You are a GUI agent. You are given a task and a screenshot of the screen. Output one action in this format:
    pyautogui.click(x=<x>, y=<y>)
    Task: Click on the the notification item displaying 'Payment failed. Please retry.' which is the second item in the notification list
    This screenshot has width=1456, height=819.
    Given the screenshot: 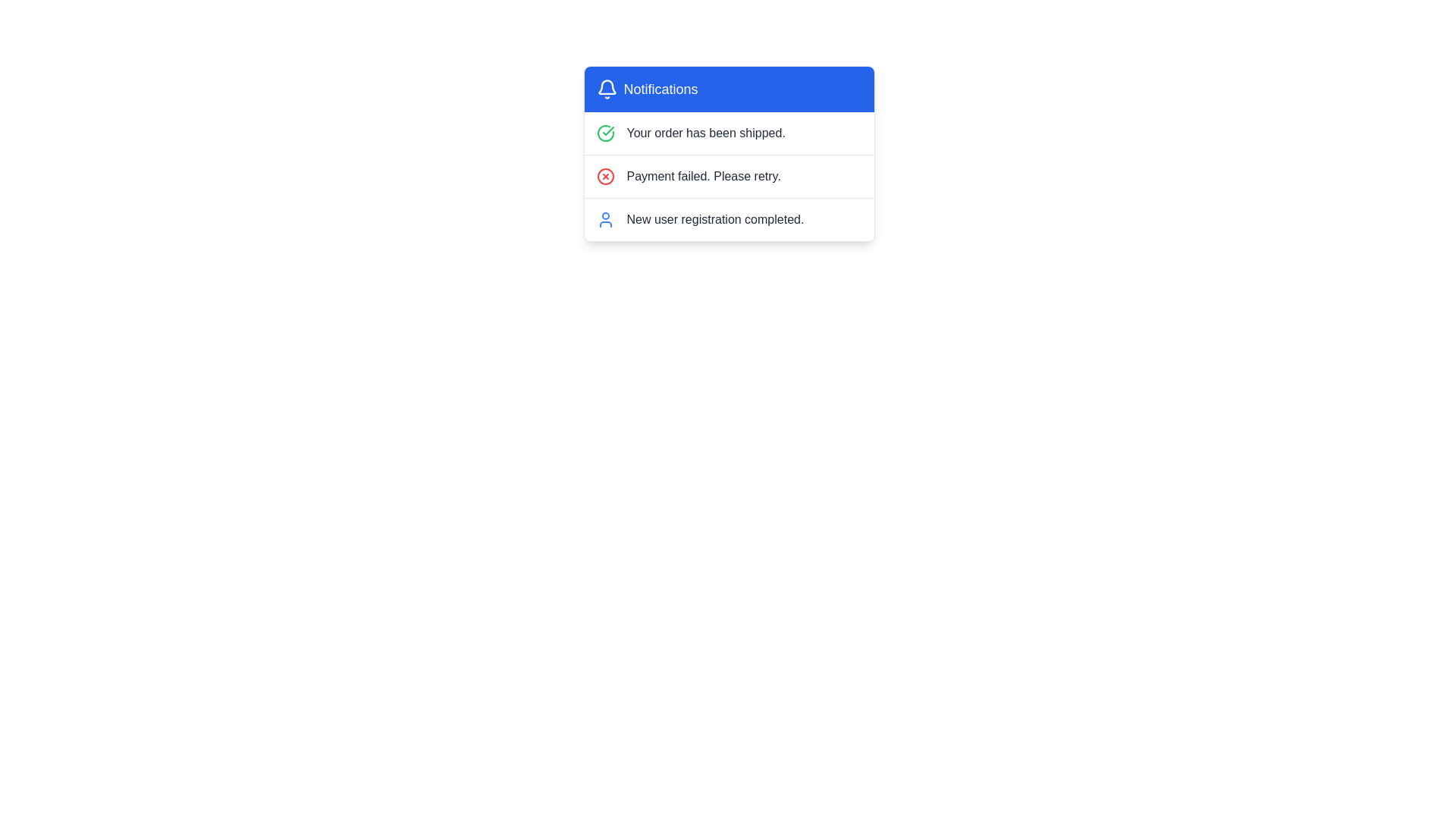 What is the action you would take?
    pyautogui.click(x=729, y=175)
    